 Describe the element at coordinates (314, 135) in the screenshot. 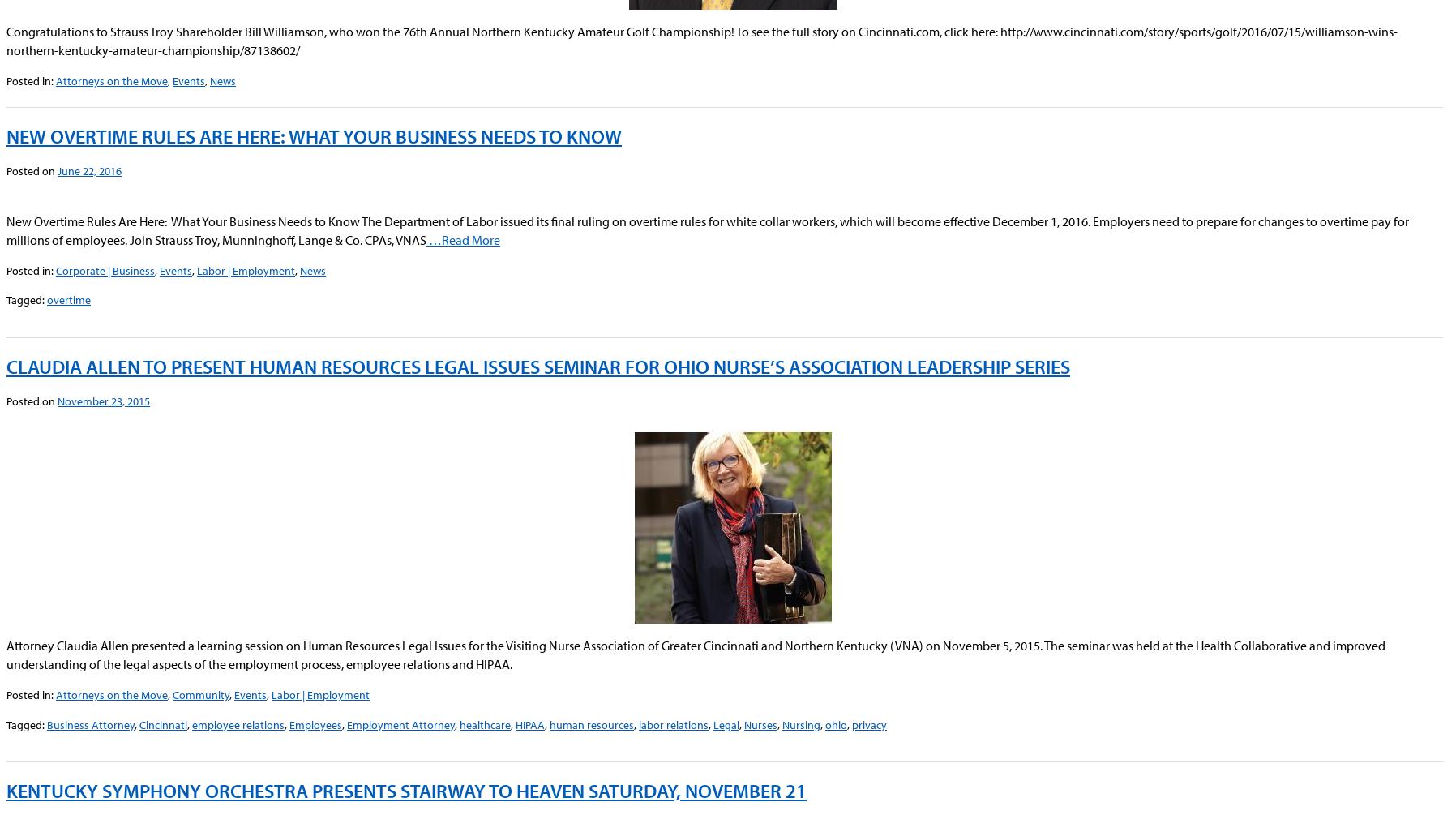

I see `'New Overtime Rules Are Here:  What Your Business Needs to Know'` at that location.